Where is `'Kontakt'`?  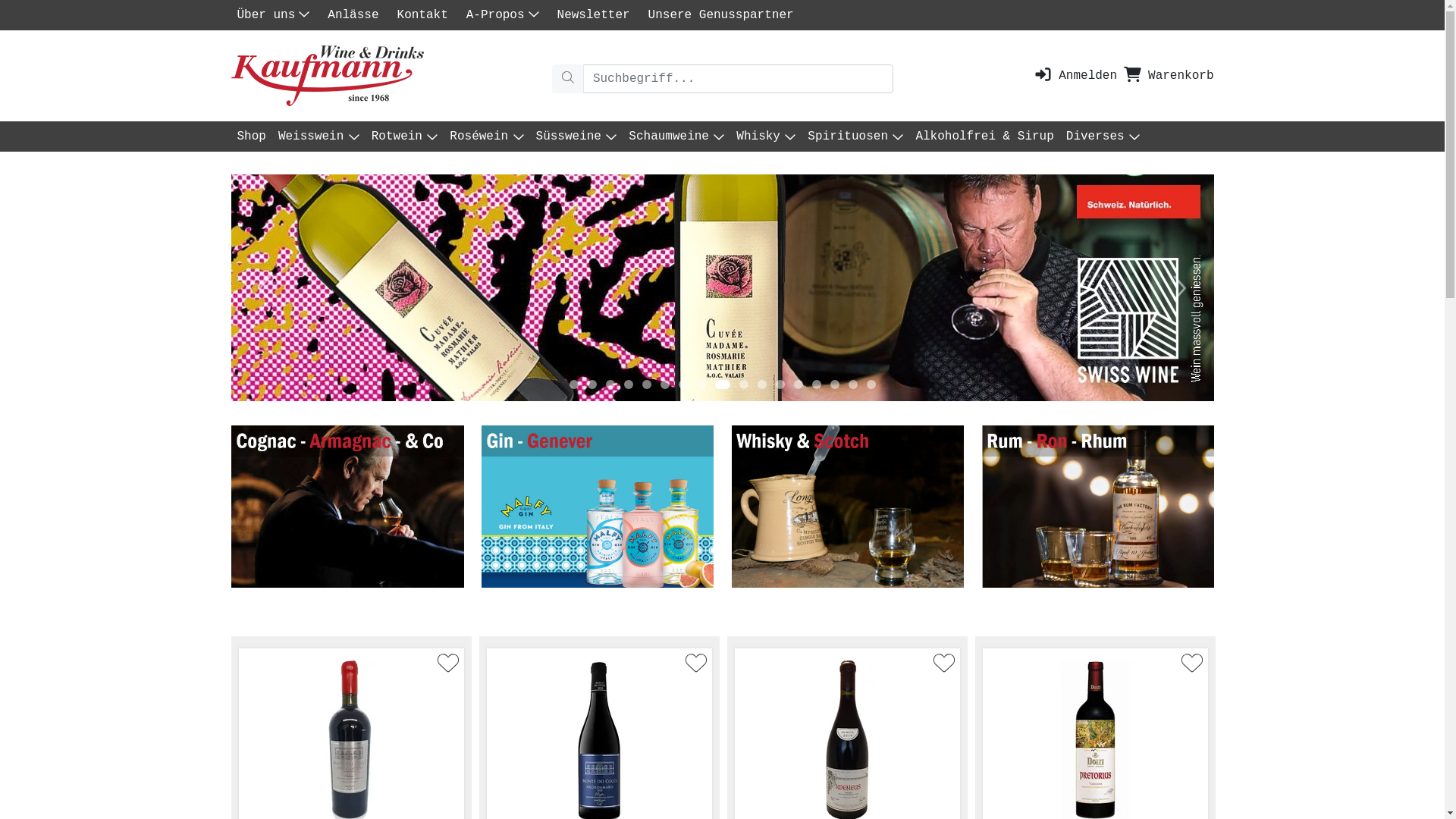 'Kontakt' is located at coordinates (425, 14).